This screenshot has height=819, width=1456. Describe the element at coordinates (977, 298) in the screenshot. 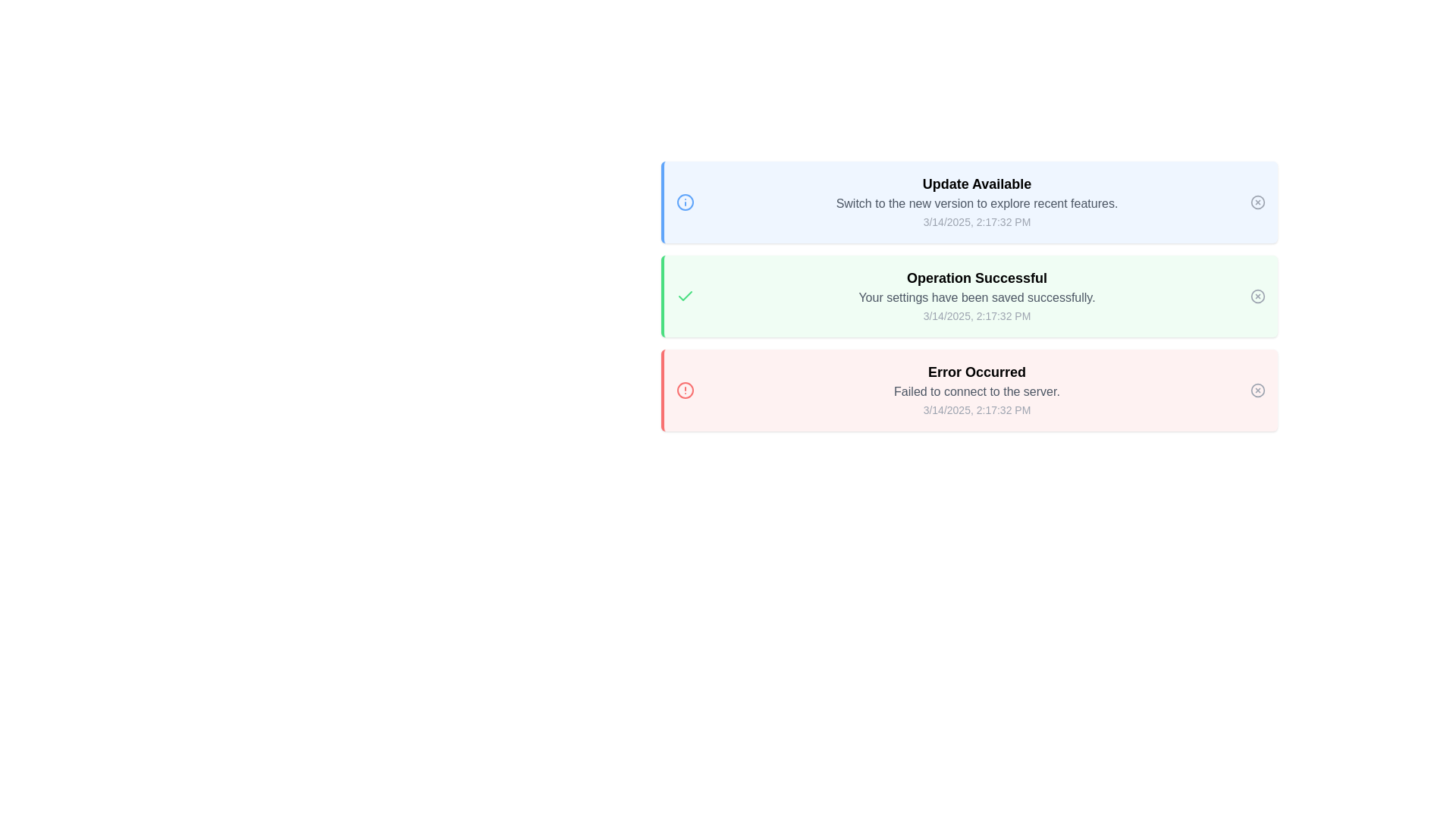

I see `static text message stating 'Your settings have been saved successfully.' located in the notification card with the title 'Operation Successful'` at that location.